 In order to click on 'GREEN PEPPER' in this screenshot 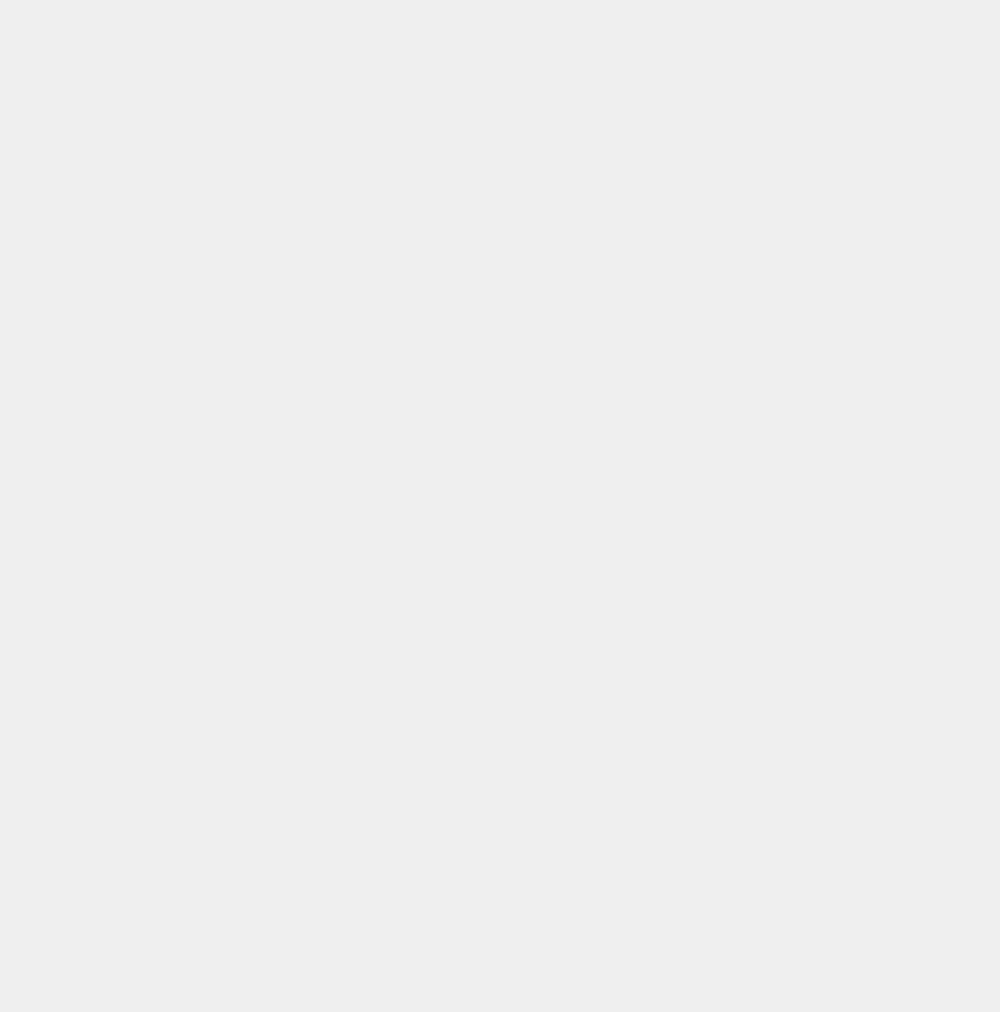, I will do `click(122, 721)`.